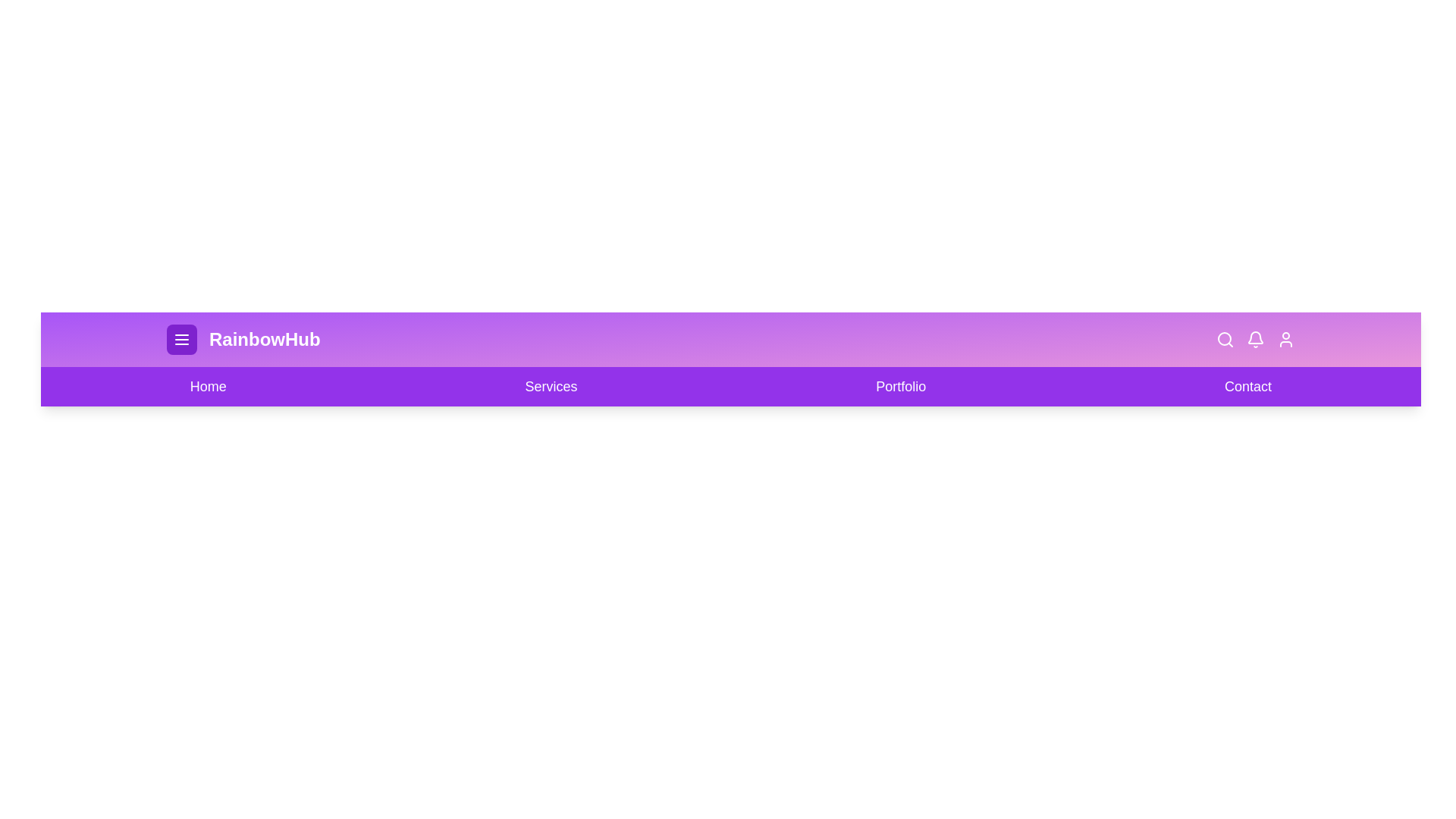 This screenshot has height=819, width=1456. I want to click on the navigation link labeled 'Portfolio' to navigate to the corresponding section, so click(901, 385).